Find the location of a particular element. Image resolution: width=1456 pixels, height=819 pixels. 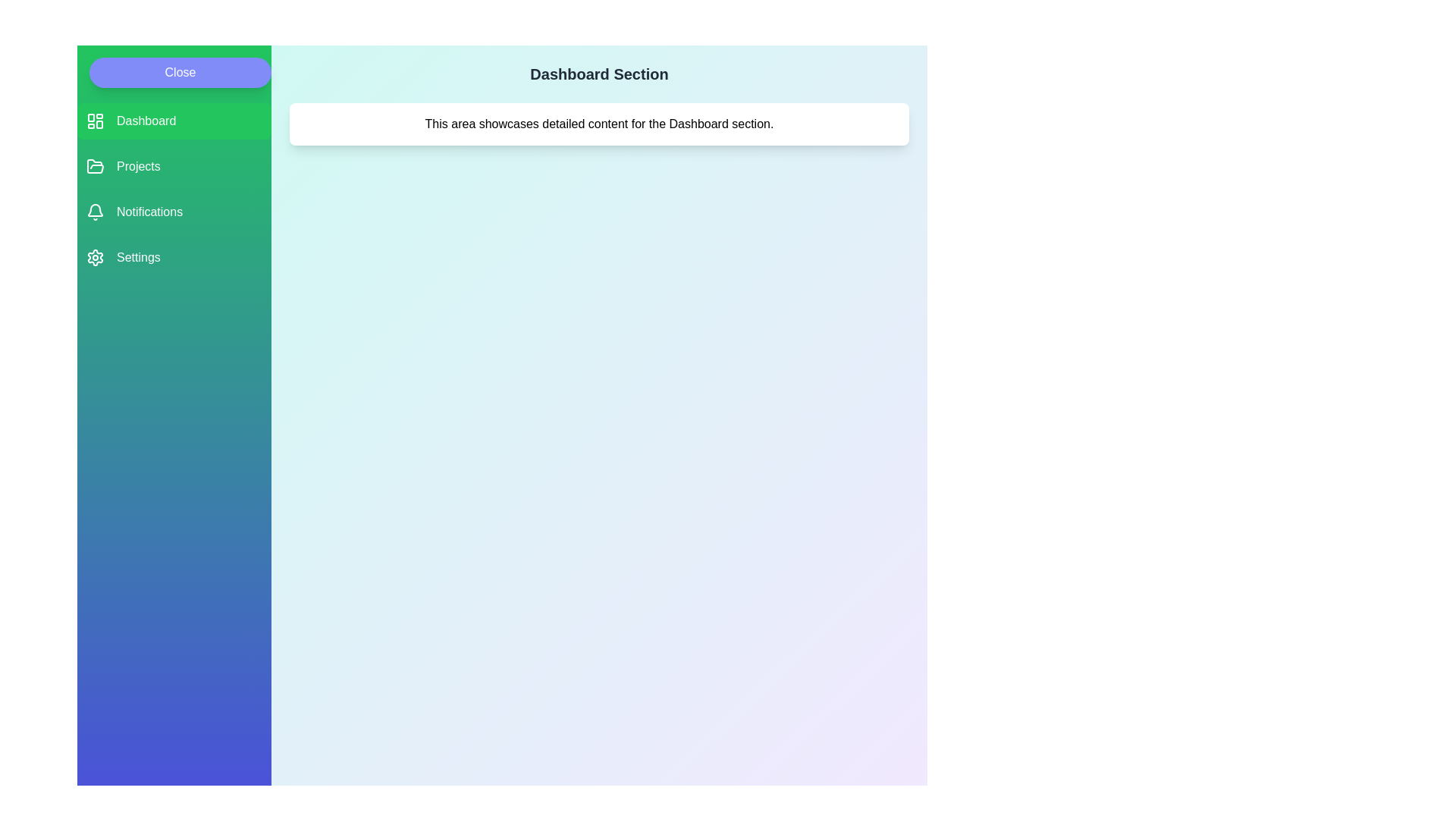

the menu item corresponding to Notifications to switch the active section is located at coordinates (174, 212).